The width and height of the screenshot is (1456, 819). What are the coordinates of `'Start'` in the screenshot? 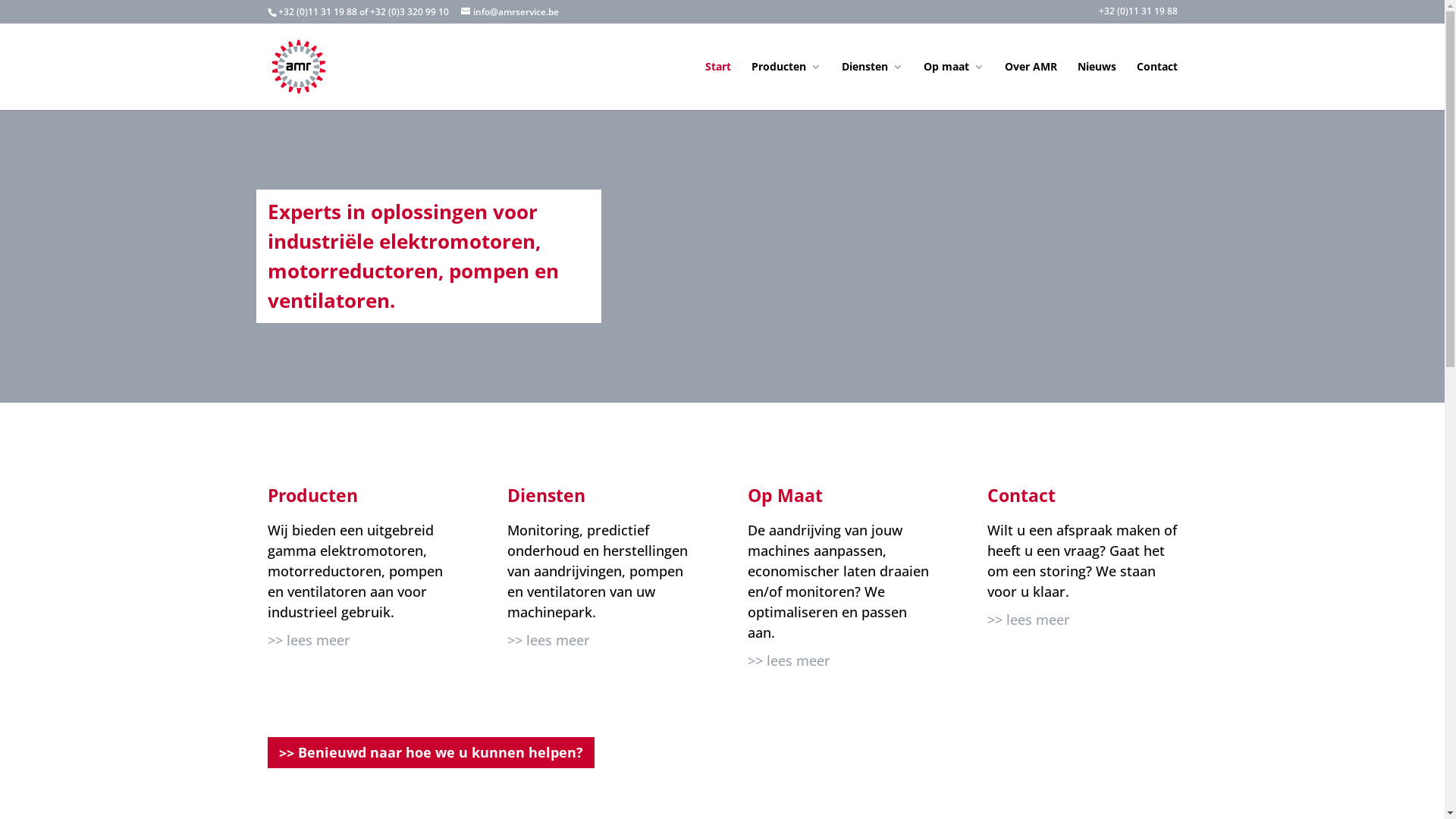 It's located at (717, 85).